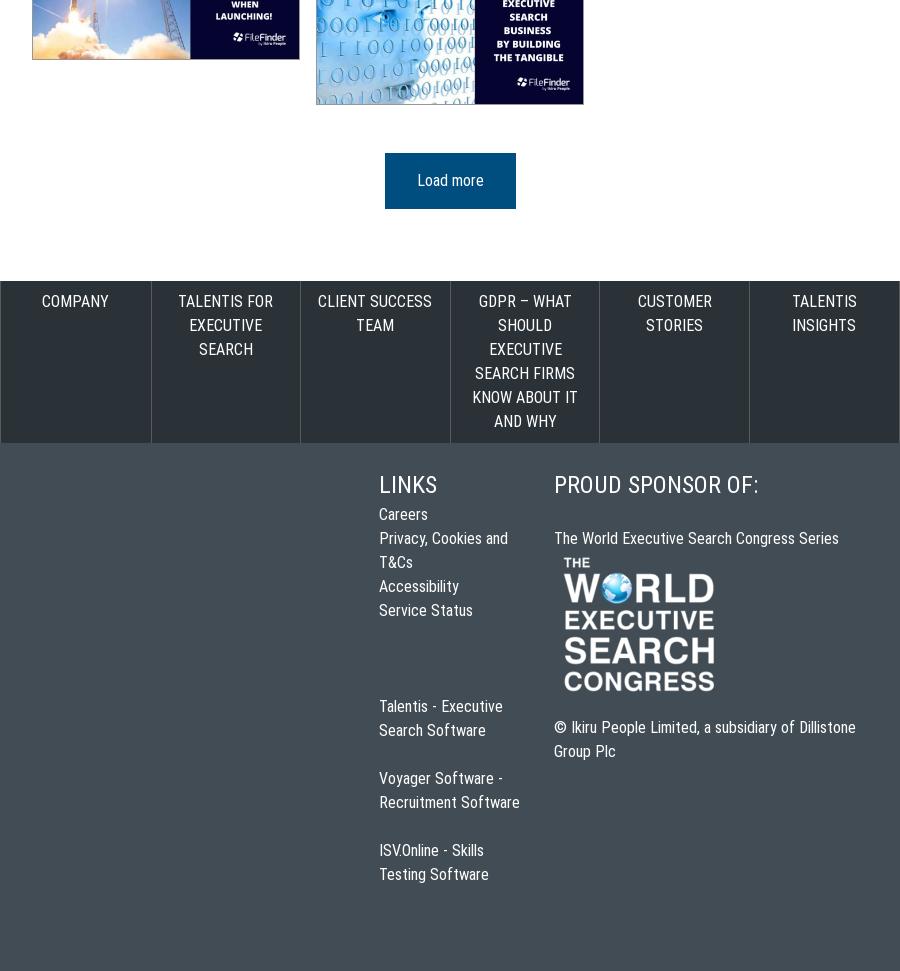 The width and height of the screenshot is (900, 971). Describe the element at coordinates (449, 179) in the screenshot. I see `'Load more'` at that location.